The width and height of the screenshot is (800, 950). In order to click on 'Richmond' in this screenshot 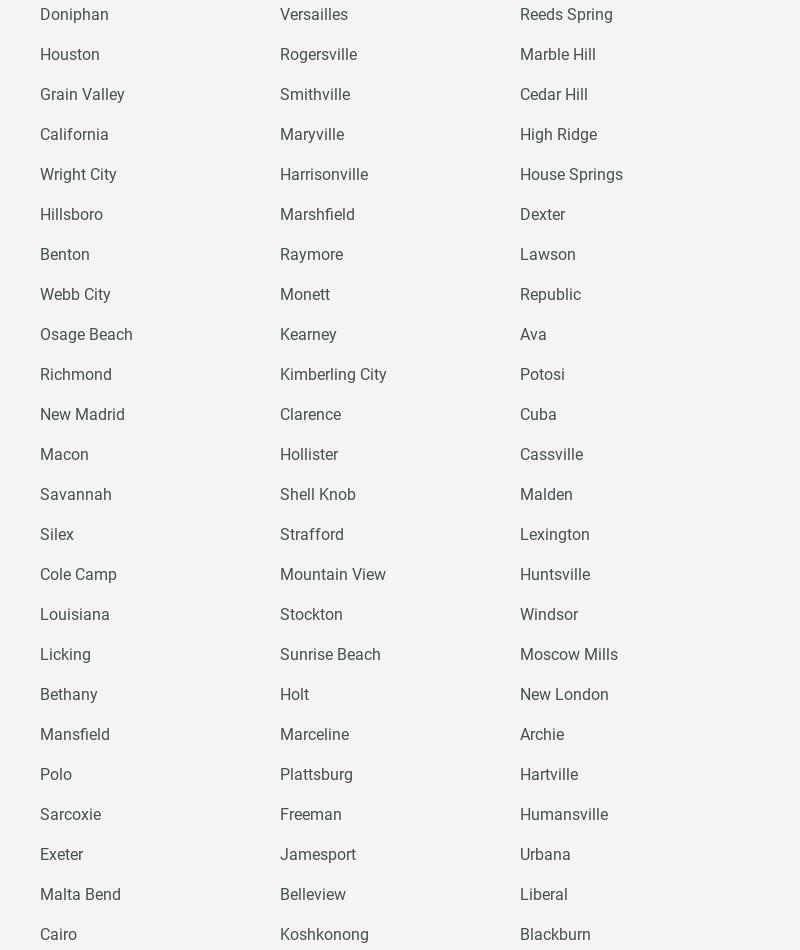, I will do `click(39, 373)`.